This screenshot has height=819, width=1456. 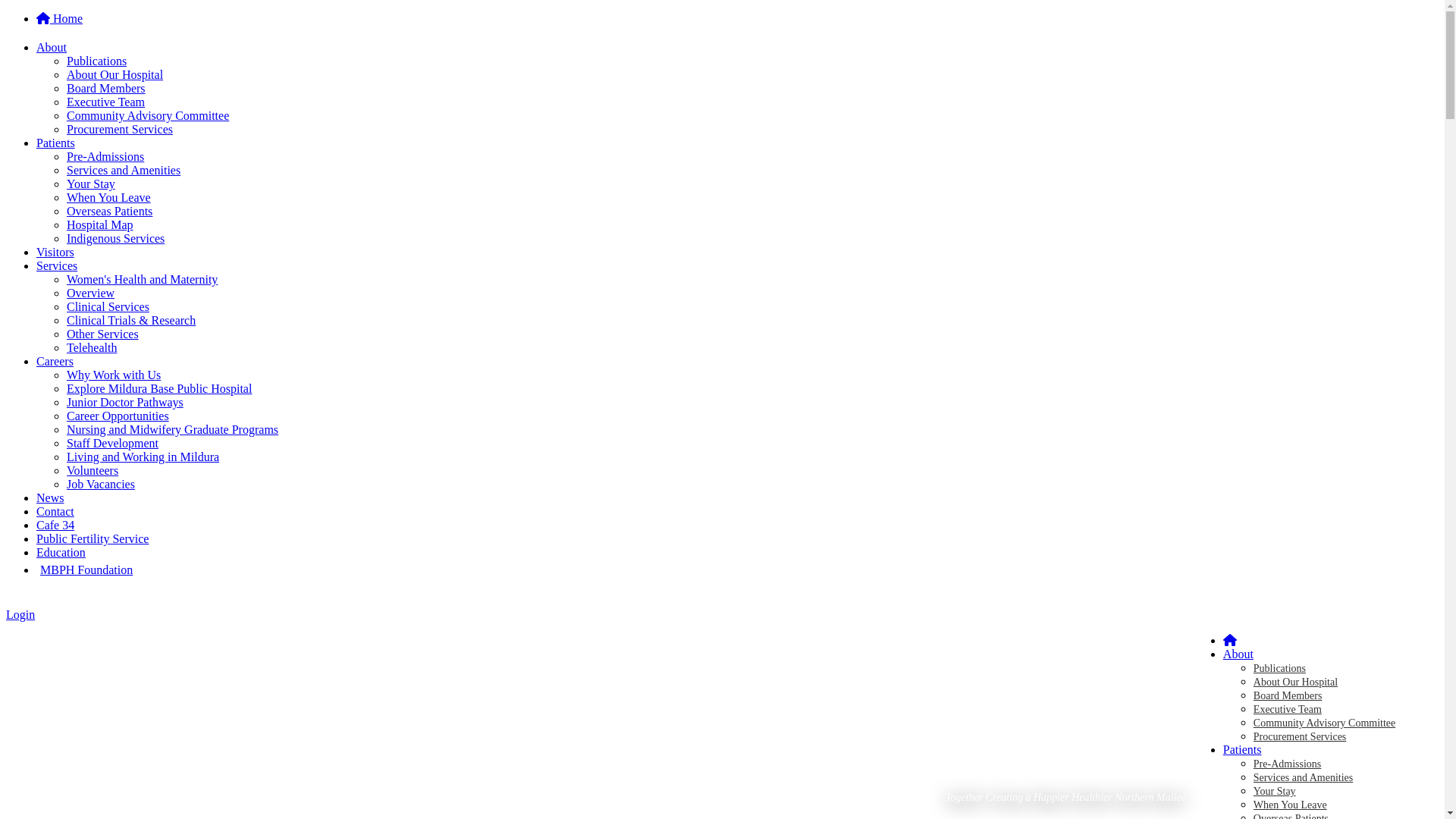 I want to click on 'When You Leave', so click(x=1289, y=804).